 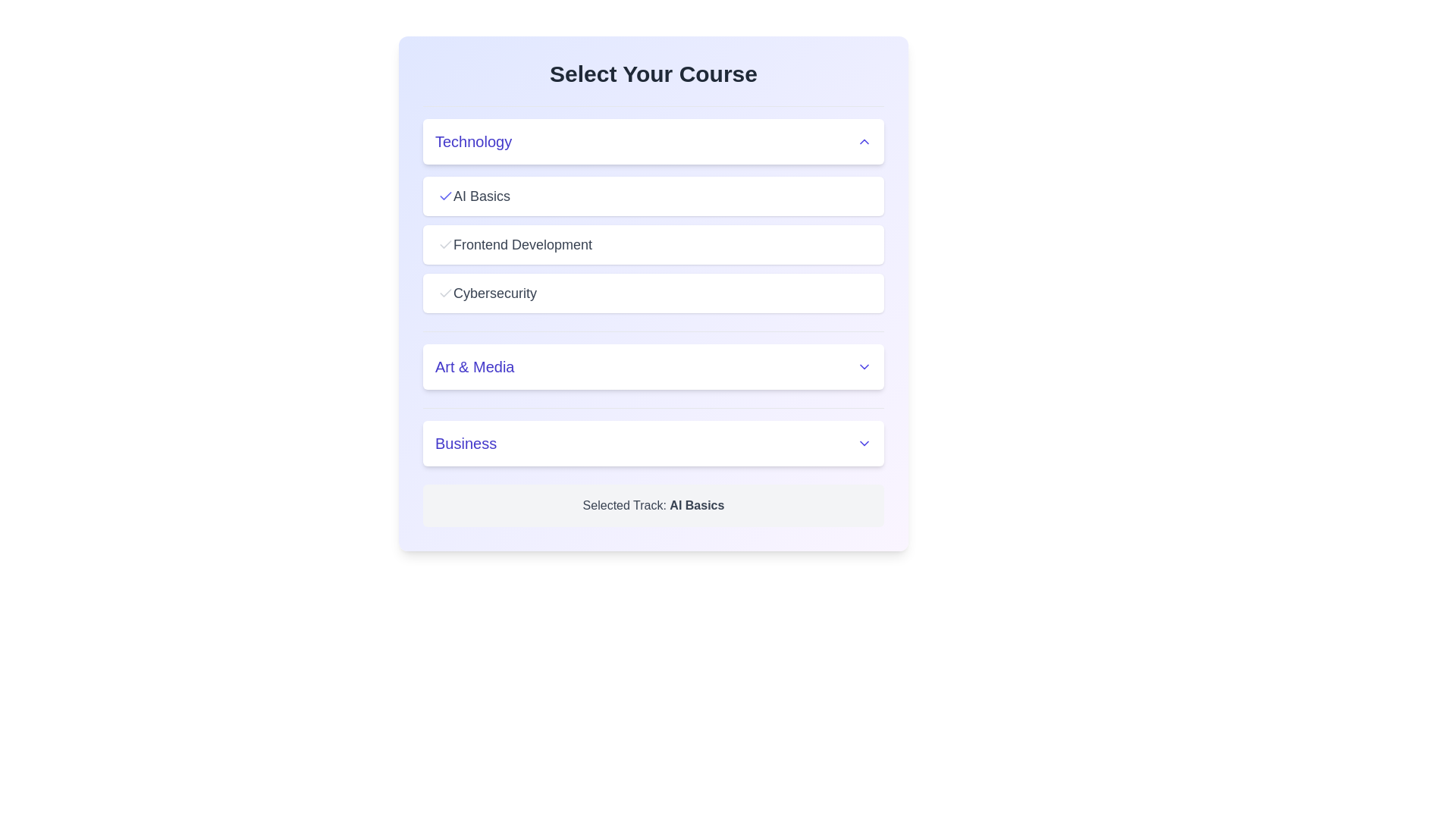 I want to click on the 'Frontend Development' selectable list item in the Technology section, so click(x=654, y=244).